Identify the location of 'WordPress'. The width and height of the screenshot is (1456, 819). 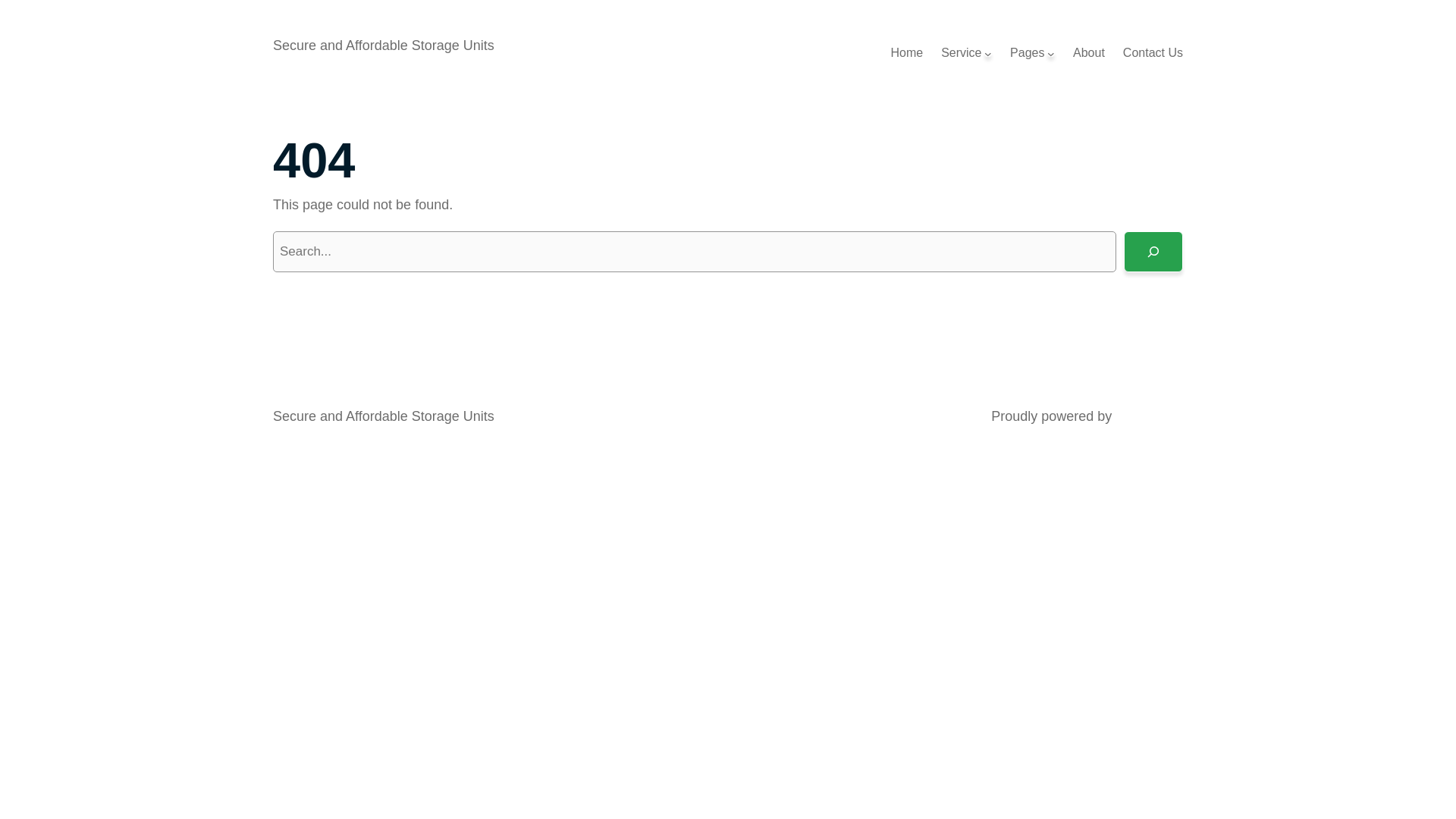
(1149, 416).